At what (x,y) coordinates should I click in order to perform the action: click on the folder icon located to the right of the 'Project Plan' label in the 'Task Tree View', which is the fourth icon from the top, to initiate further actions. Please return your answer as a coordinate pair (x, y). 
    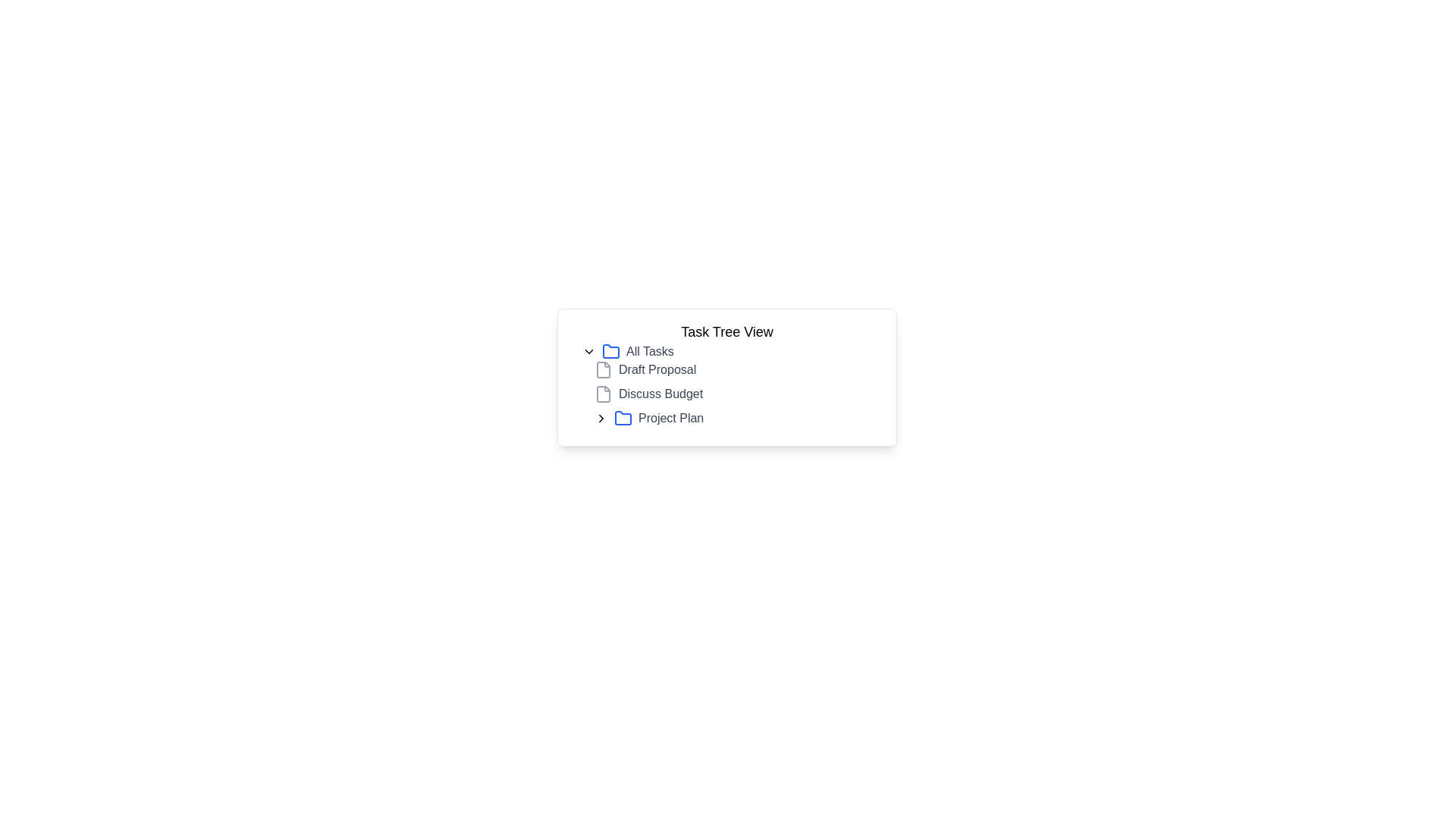
    Looking at the image, I should click on (623, 418).